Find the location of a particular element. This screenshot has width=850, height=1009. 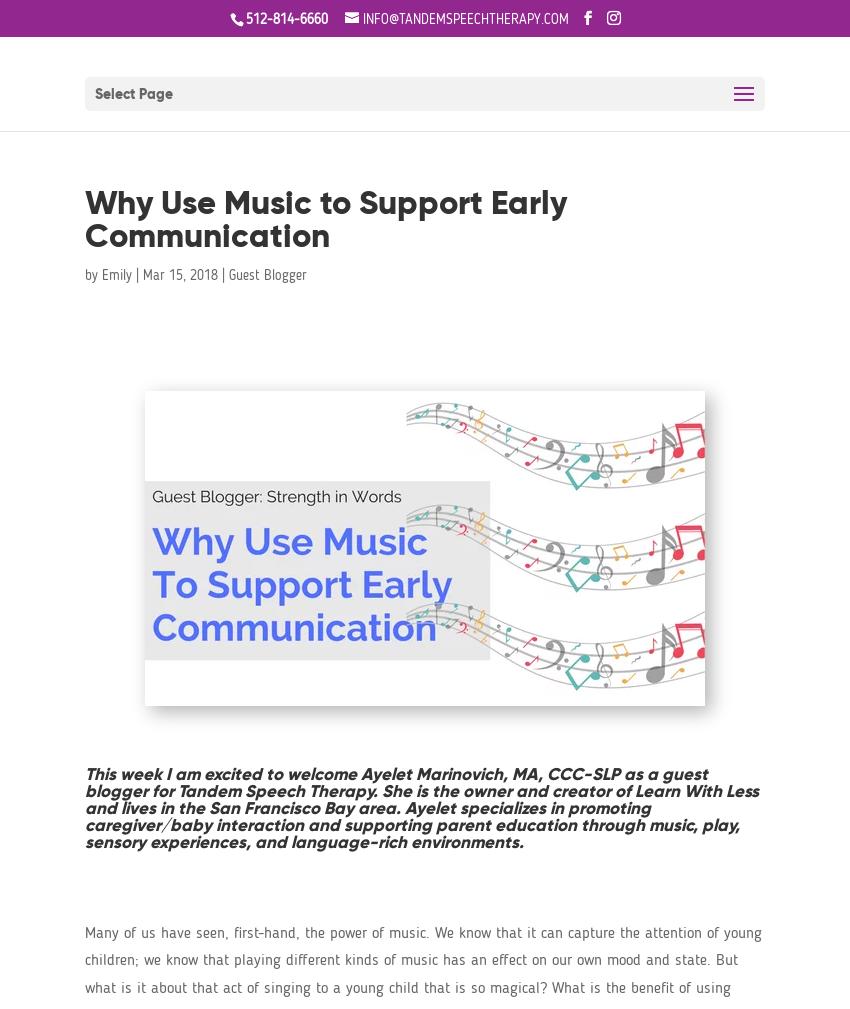

'Mar 15, 2018' is located at coordinates (179, 274).